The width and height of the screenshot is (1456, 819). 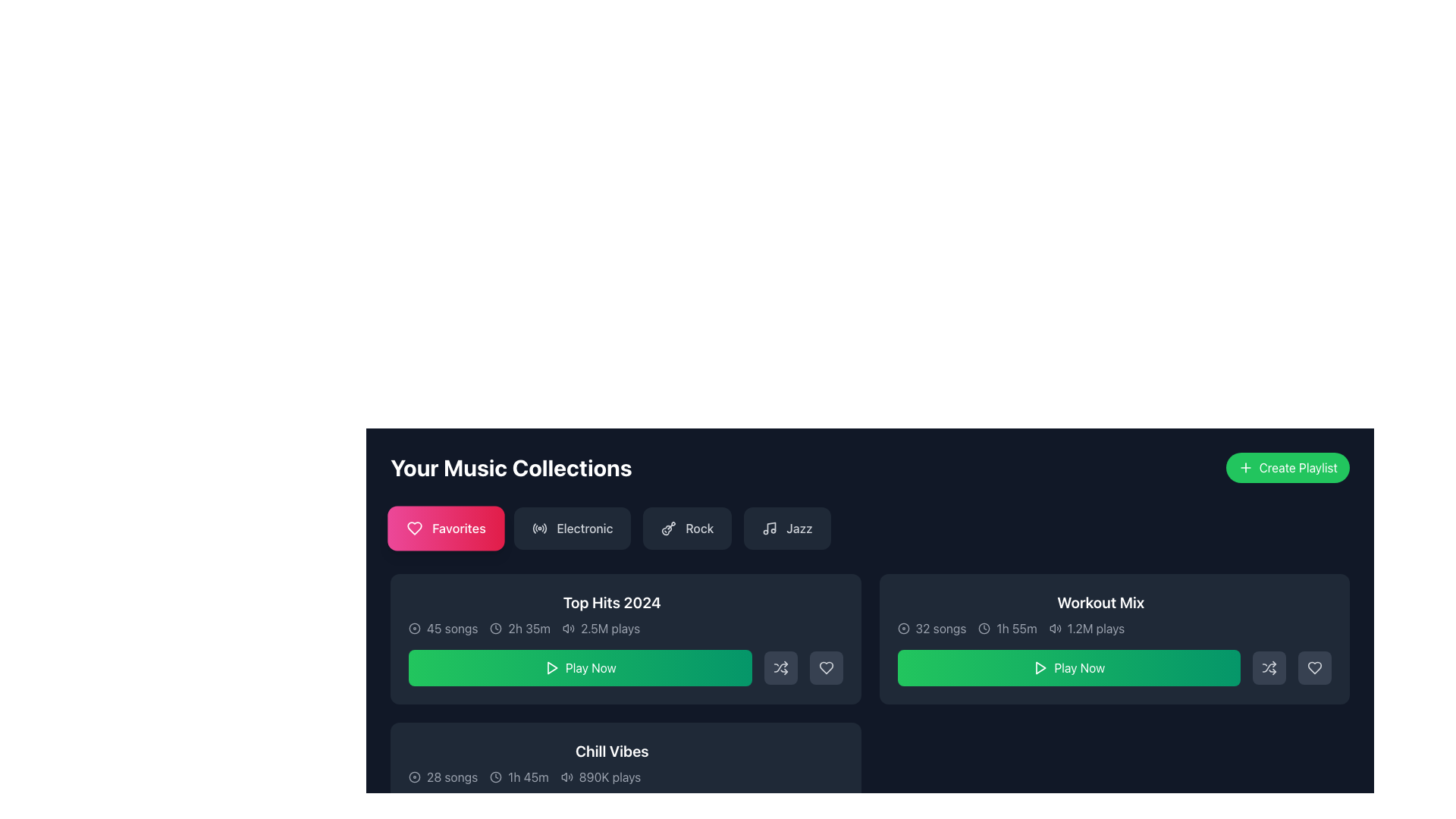 What do you see at coordinates (825, 667) in the screenshot?
I see `the heart-shaped icon outlined in white, located within the rectangular button area to the right of the 'Top Hits 2024' card's action buttons group` at bounding box center [825, 667].